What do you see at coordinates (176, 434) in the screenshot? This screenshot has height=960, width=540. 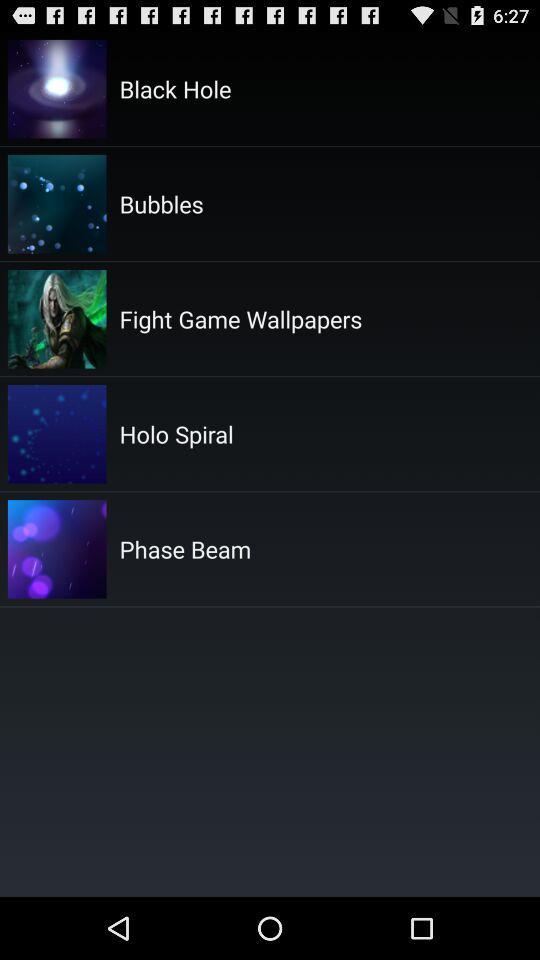 I see `item below the fight game wallpapers icon` at bounding box center [176, 434].